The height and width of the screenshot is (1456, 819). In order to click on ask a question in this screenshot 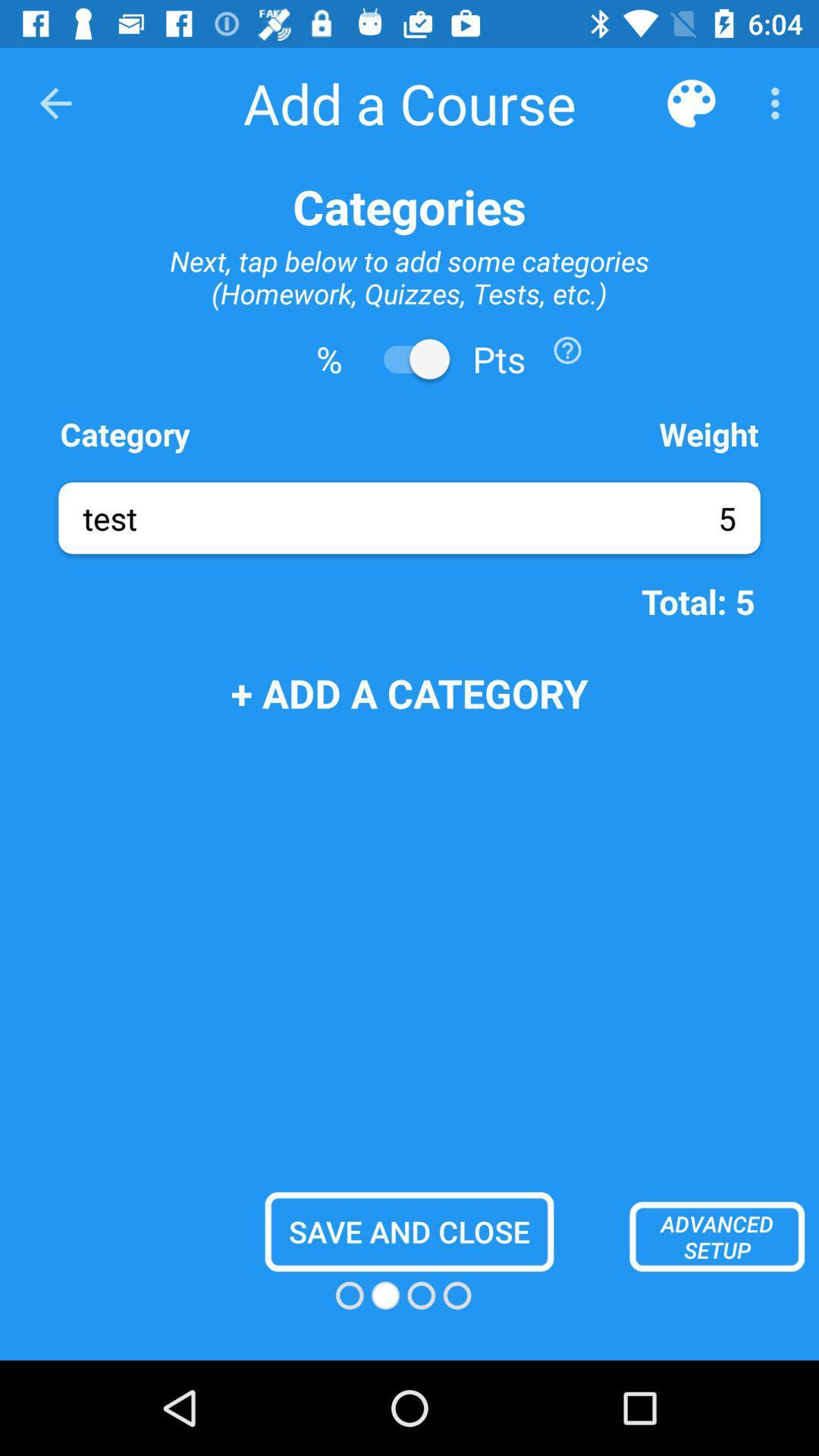, I will do `click(567, 349)`.